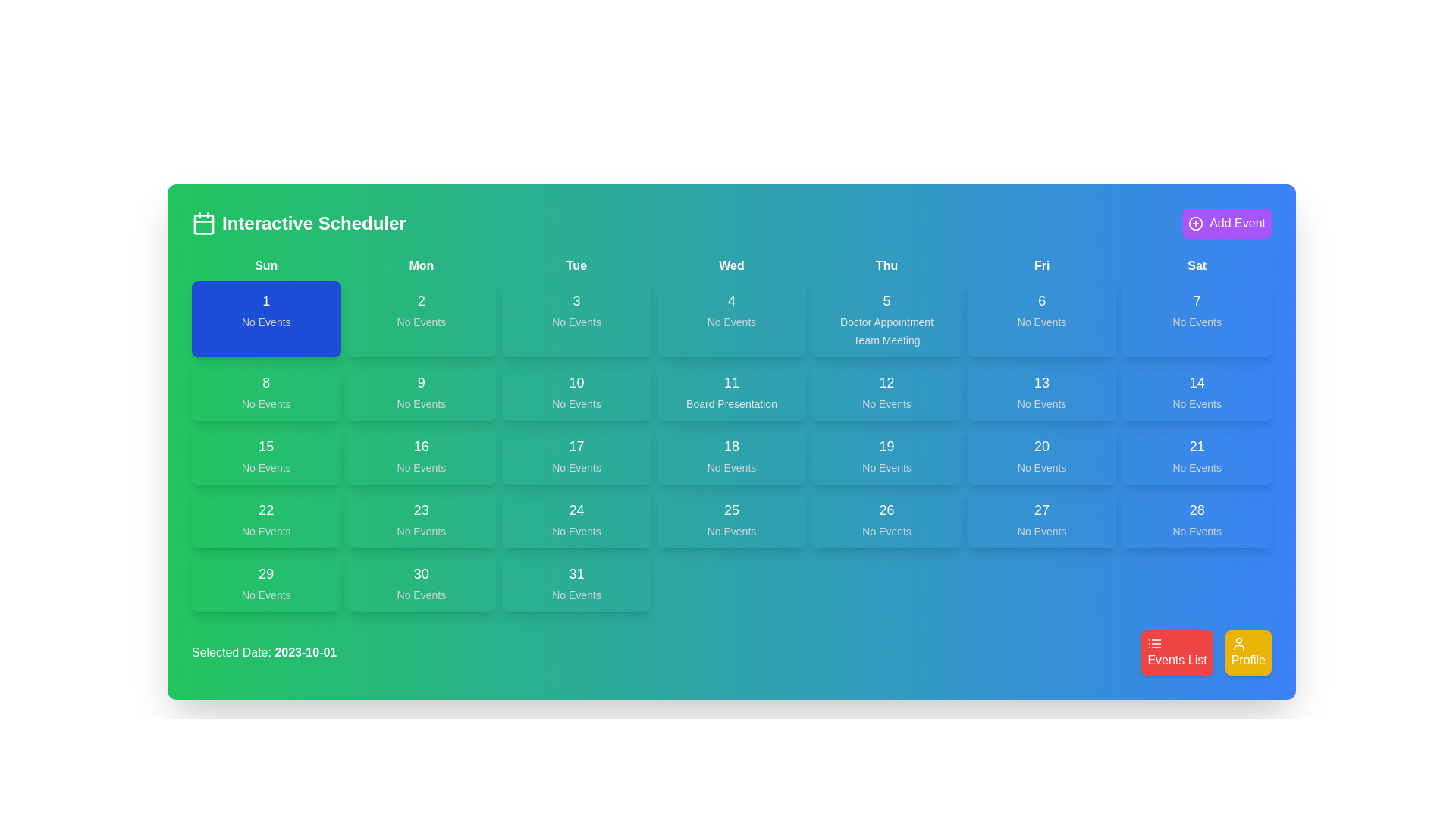 The image size is (1456, 819). I want to click on from the date cell indicating '21' in the calendar grid, so click(1196, 455).